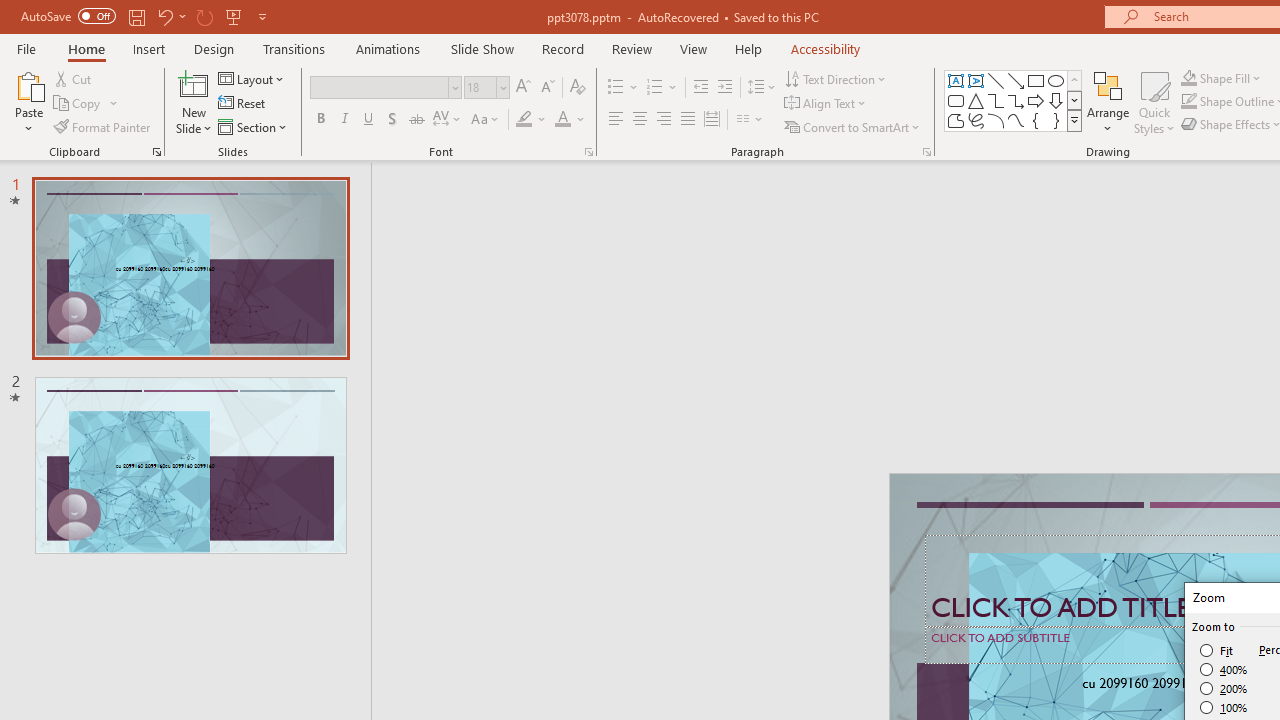  I want to click on 'Layout', so click(251, 78).